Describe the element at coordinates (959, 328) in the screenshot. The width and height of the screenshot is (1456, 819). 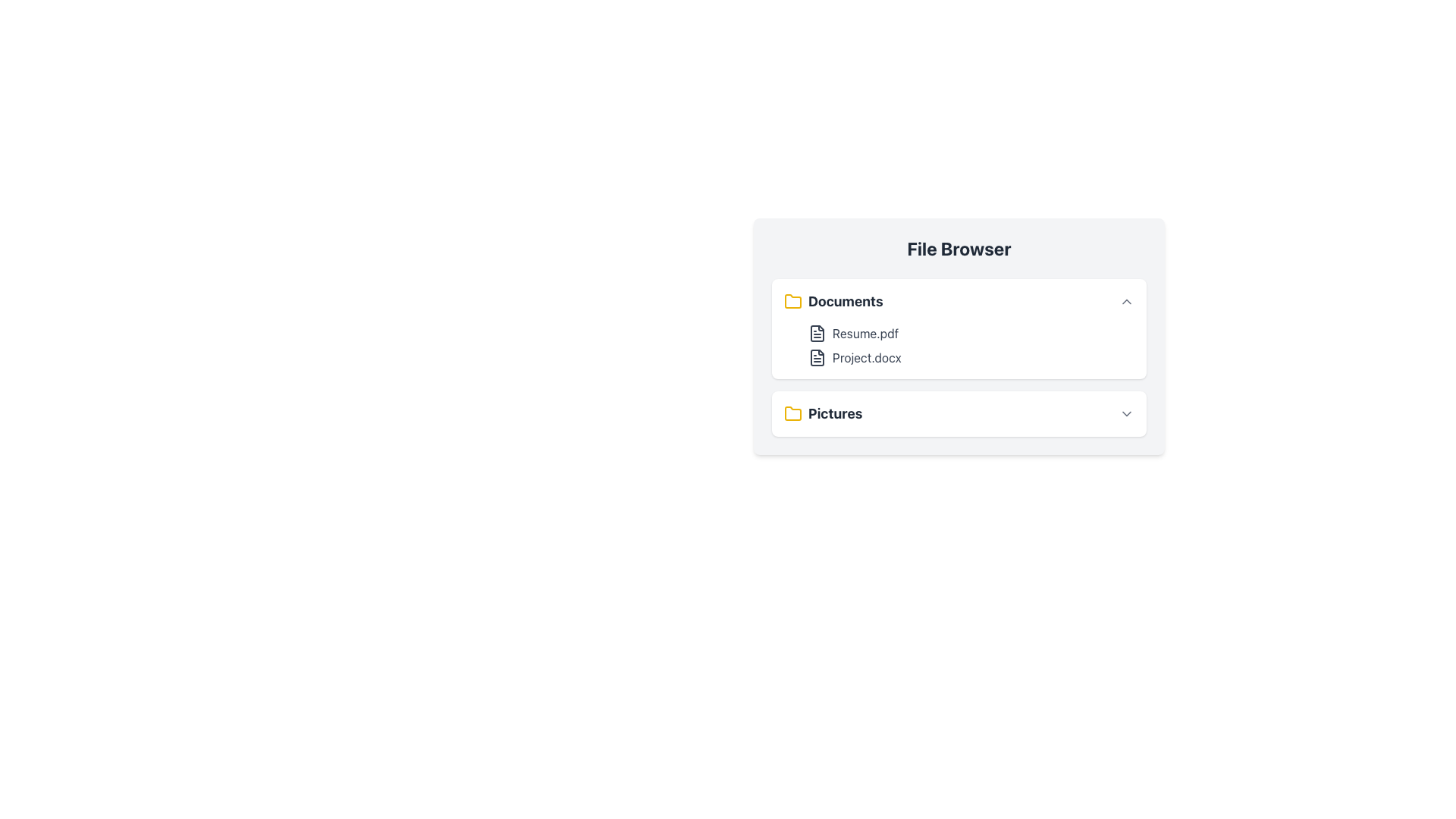
I see `the file name within the Card element representing a folder view interface in the file browser` at that location.